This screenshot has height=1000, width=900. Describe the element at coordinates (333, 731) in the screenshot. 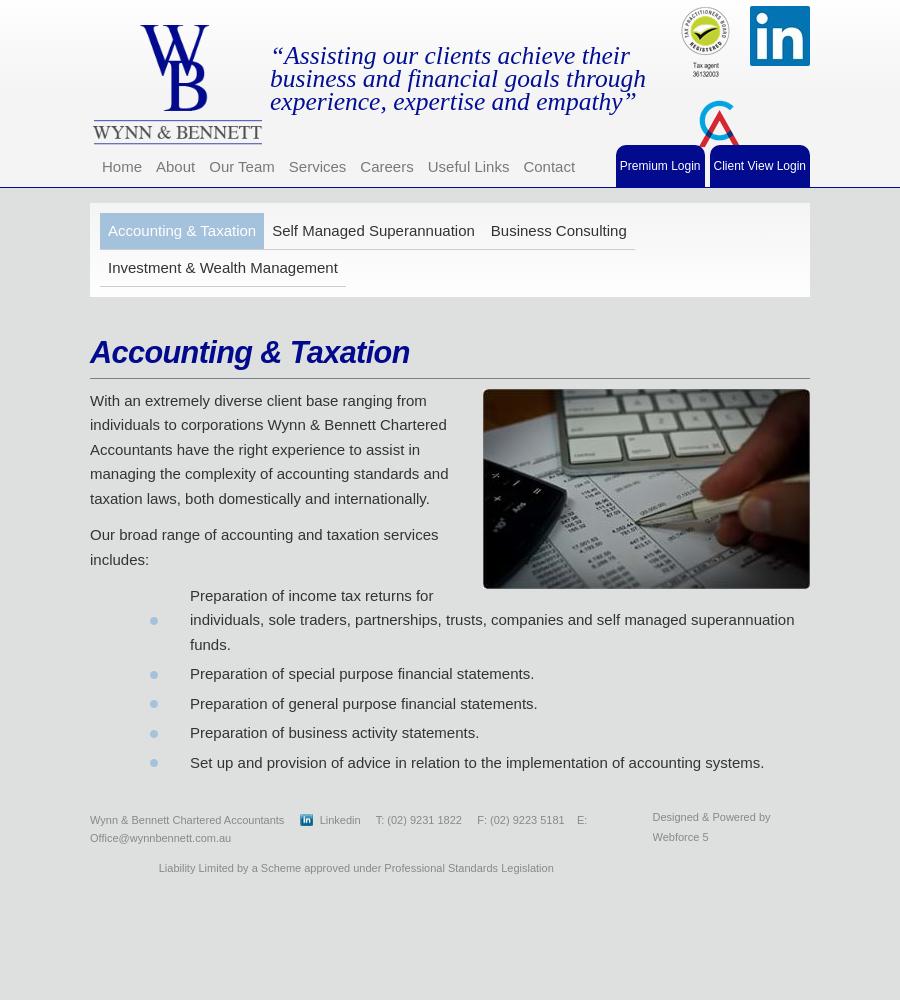

I see `'Preparation of business activity statements.'` at that location.